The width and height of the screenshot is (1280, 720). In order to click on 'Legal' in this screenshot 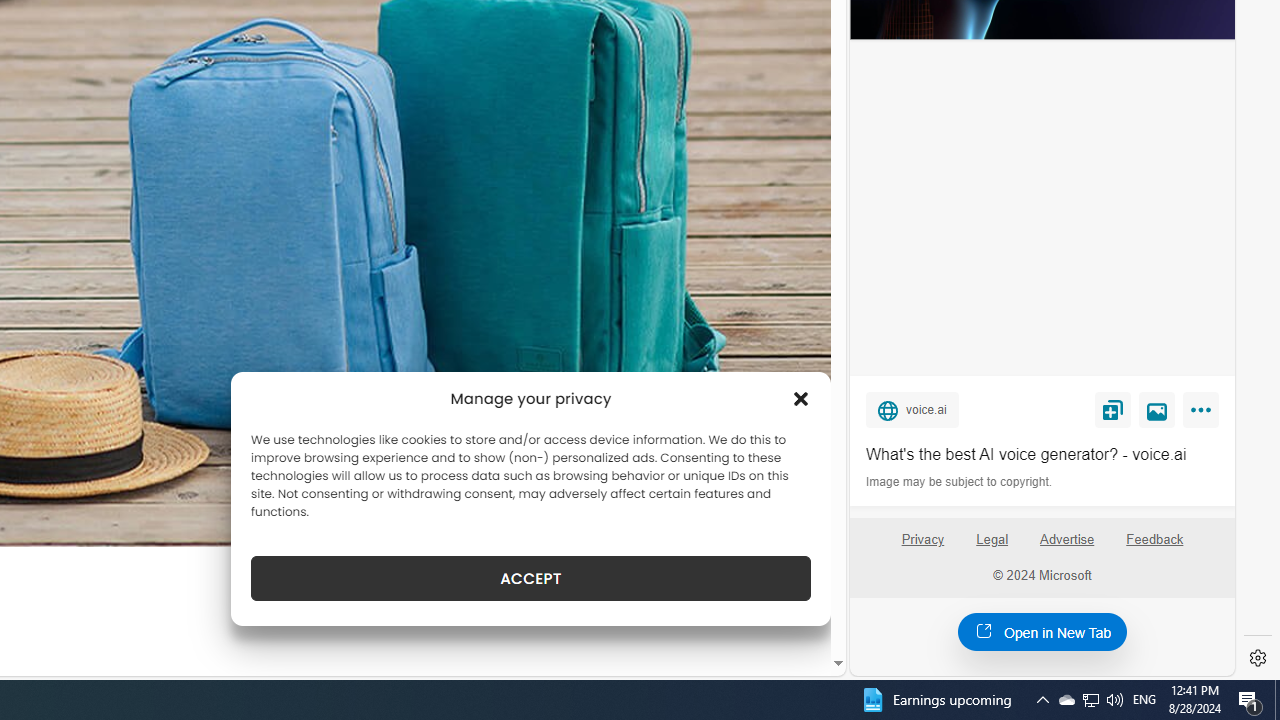, I will do `click(992, 538)`.